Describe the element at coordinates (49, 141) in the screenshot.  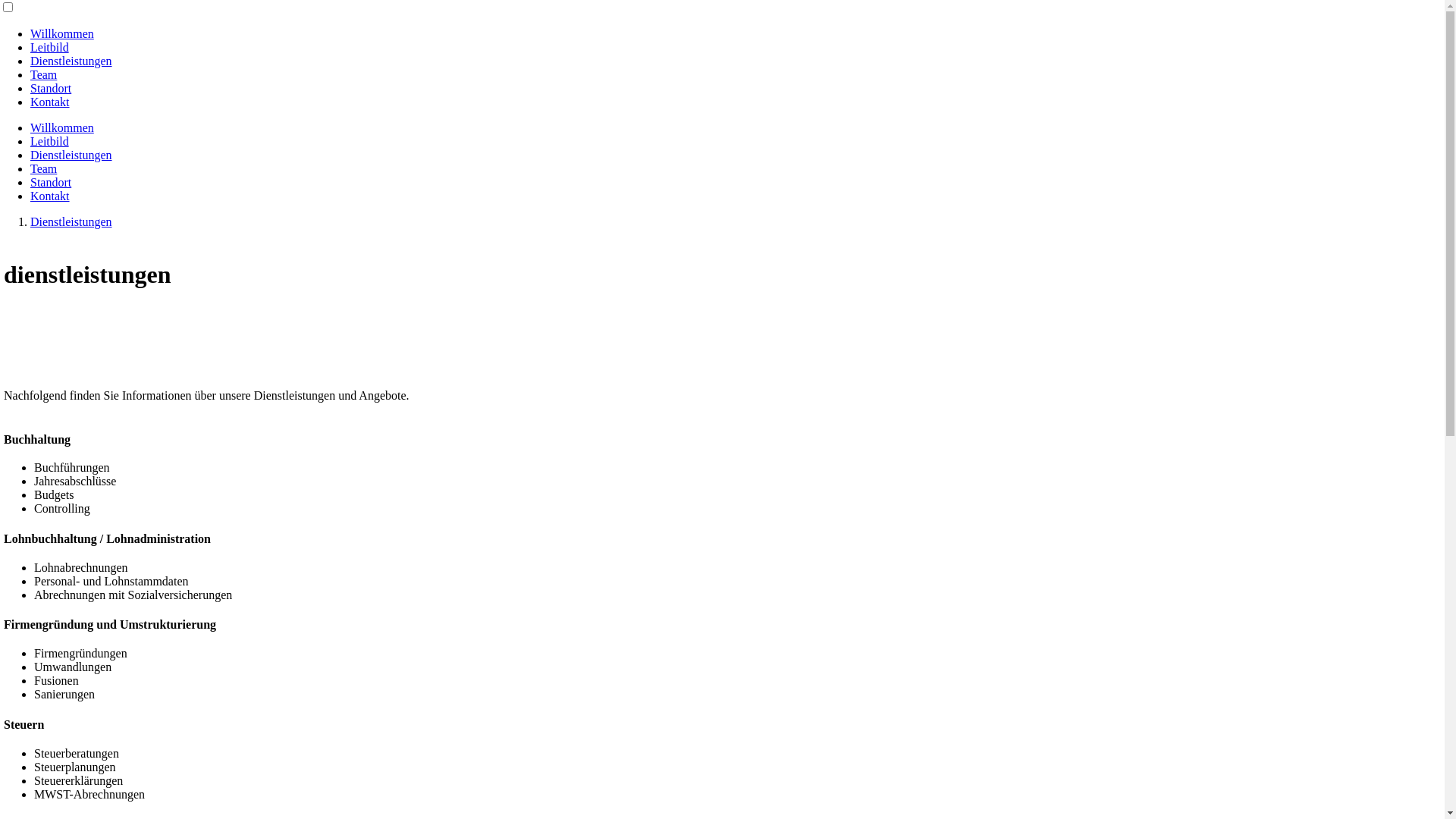
I see `'Leitbild'` at that location.